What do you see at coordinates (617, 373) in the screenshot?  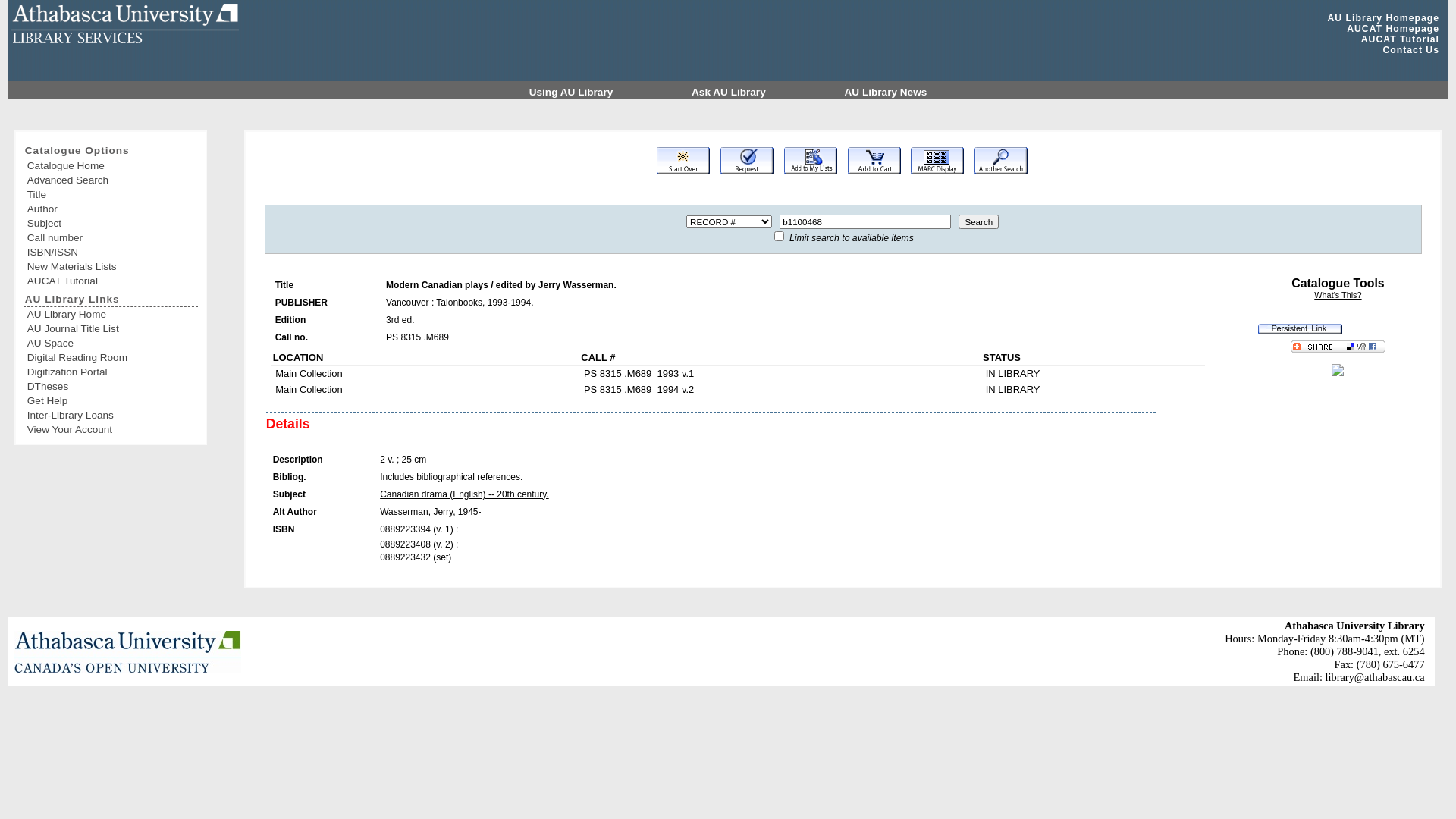 I see `'PS 8315 .M689'` at bounding box center [617, 373].